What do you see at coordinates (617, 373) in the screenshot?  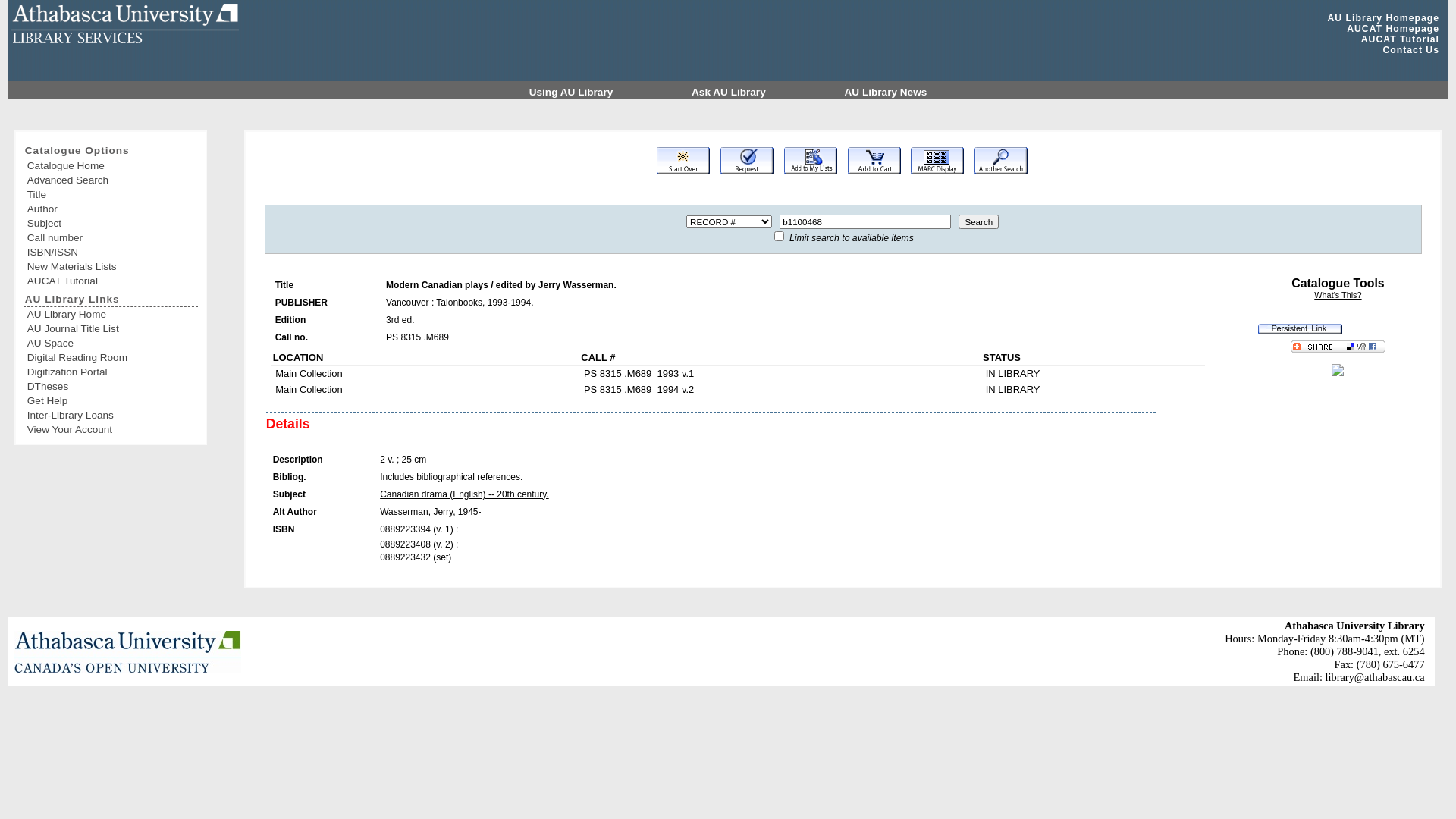 I see `'PS 8315 .M689'` at bounding box center [617, 373].